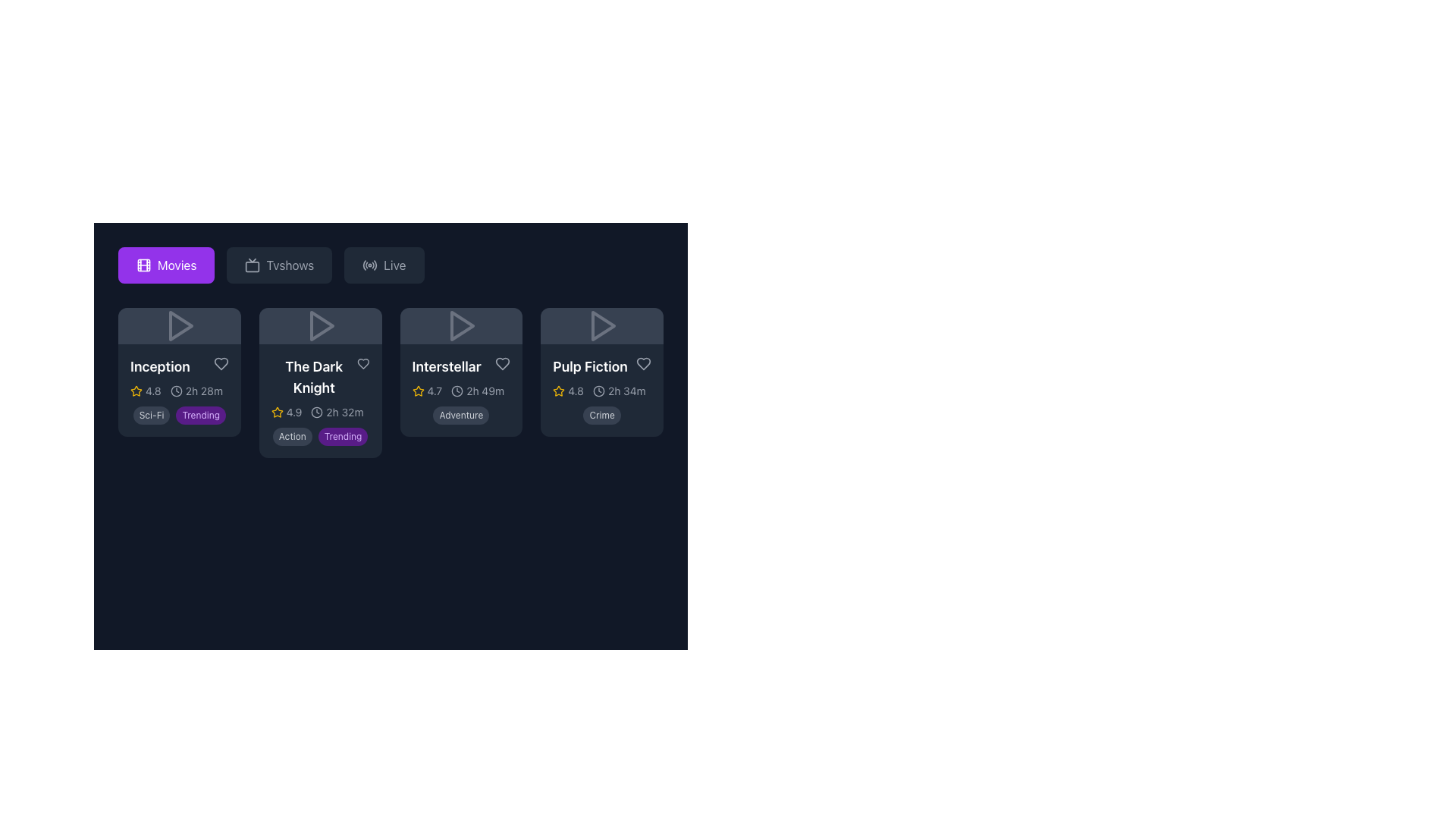  I want to click on the star icon indicating a rating located in the upper-left portion of the fourth movie card titled 'Pulp Fiction', so click(558, 390).